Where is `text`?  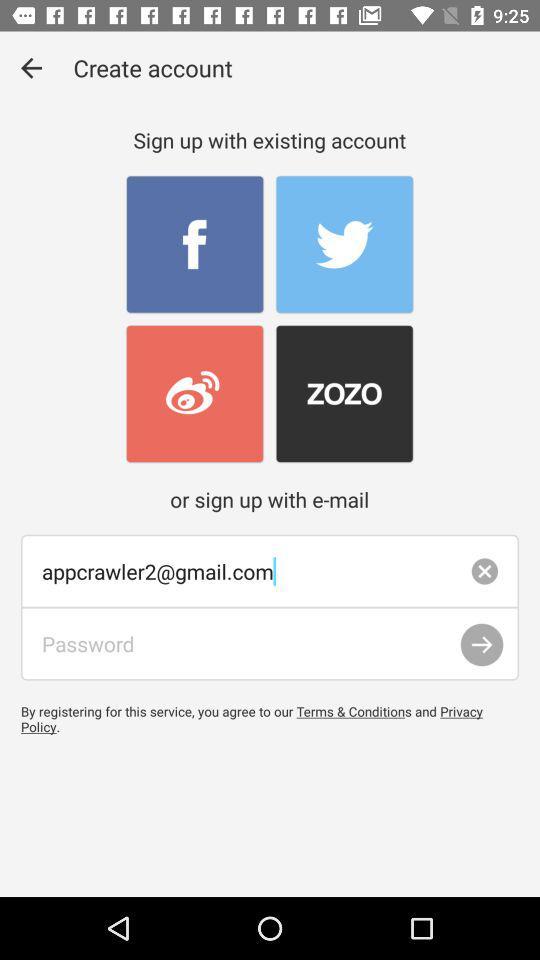 text is located at coordinates (270, 642).